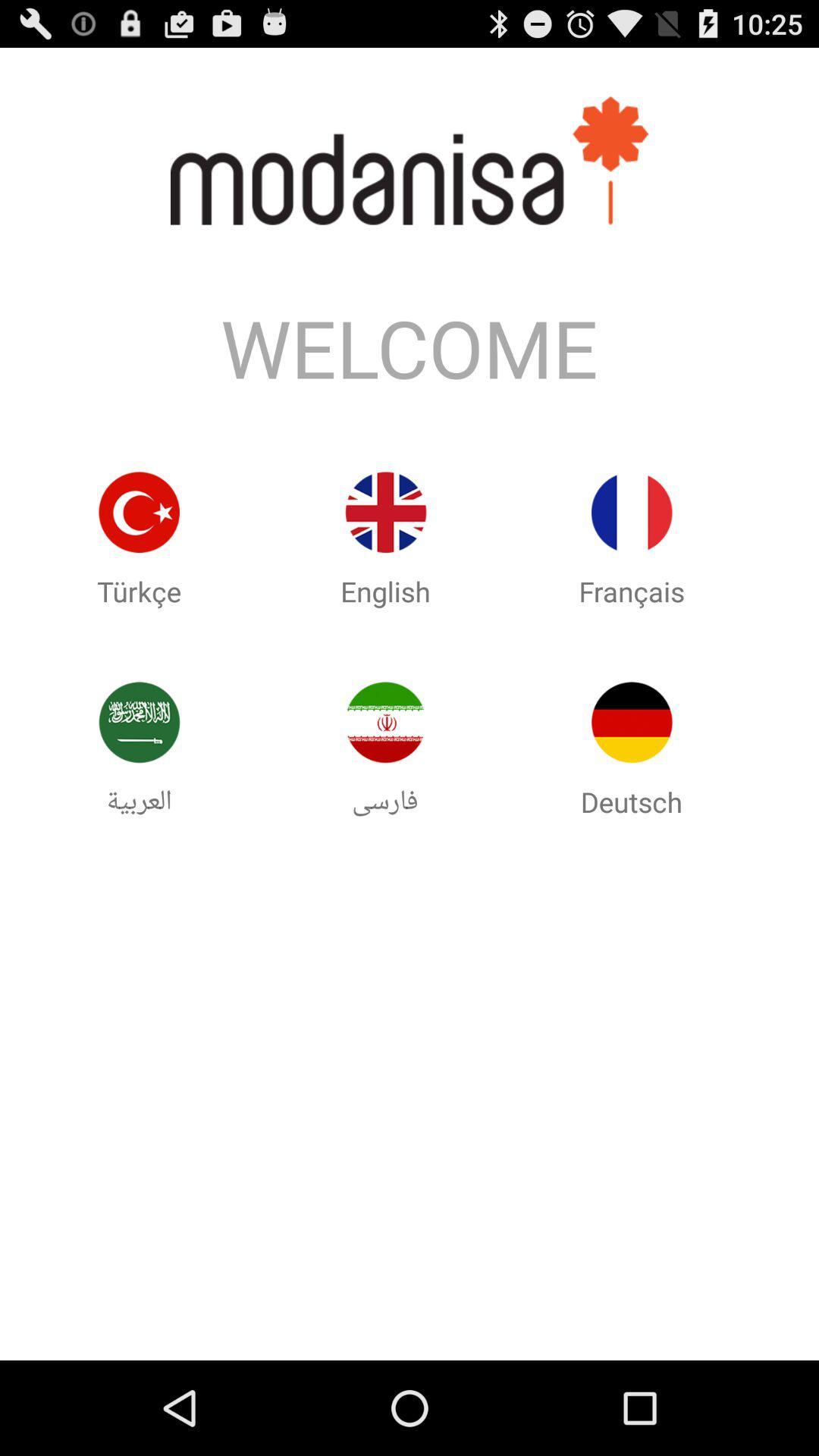 This screenshot has height=1456, width=819. Describe the element at coordinates (409, 161) in the screenshot. I see `the text above welcome` at that location.